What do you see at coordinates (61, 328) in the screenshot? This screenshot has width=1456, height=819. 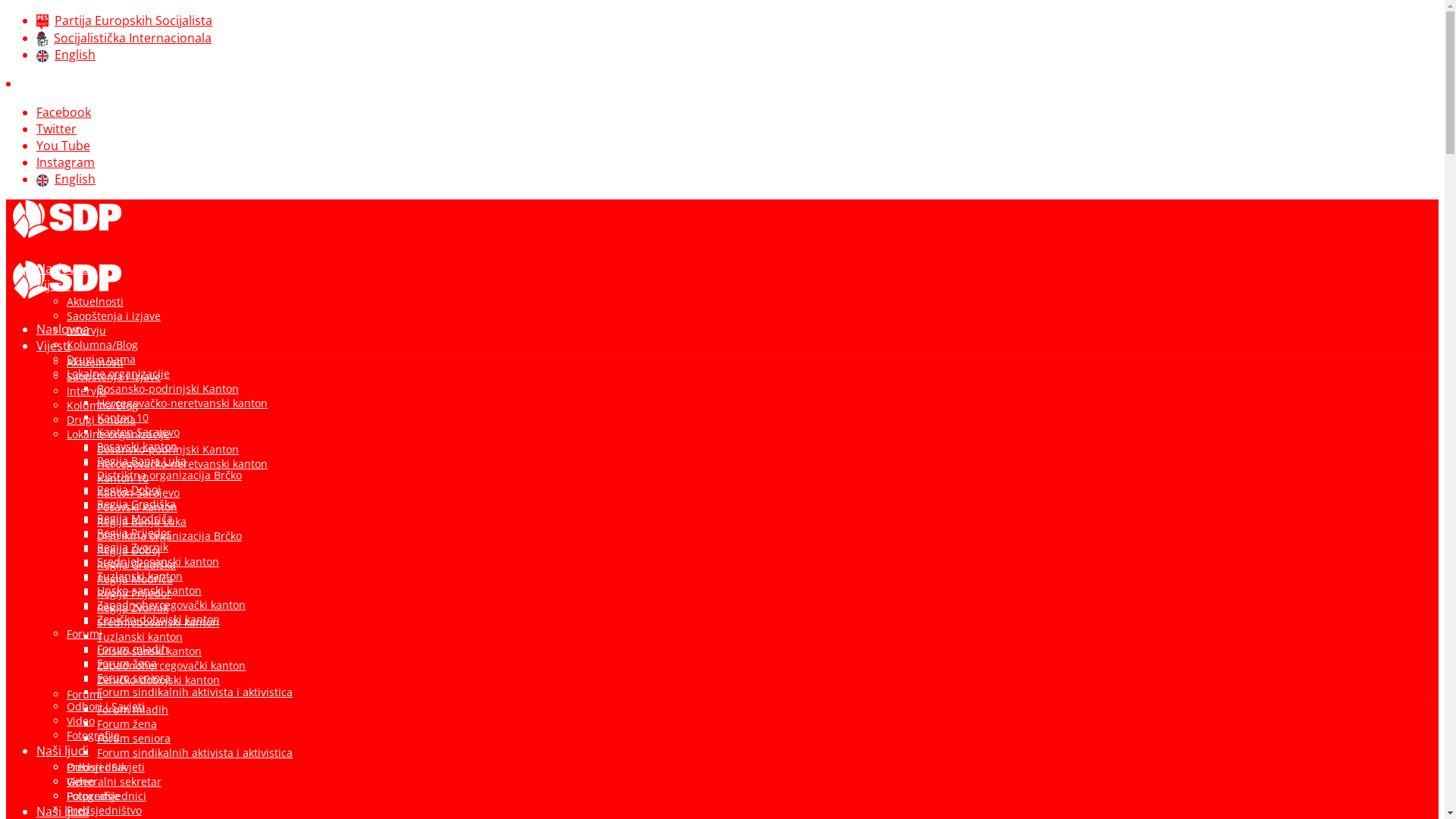 I see `'Naslovna'` at bounding box center [61, 328].